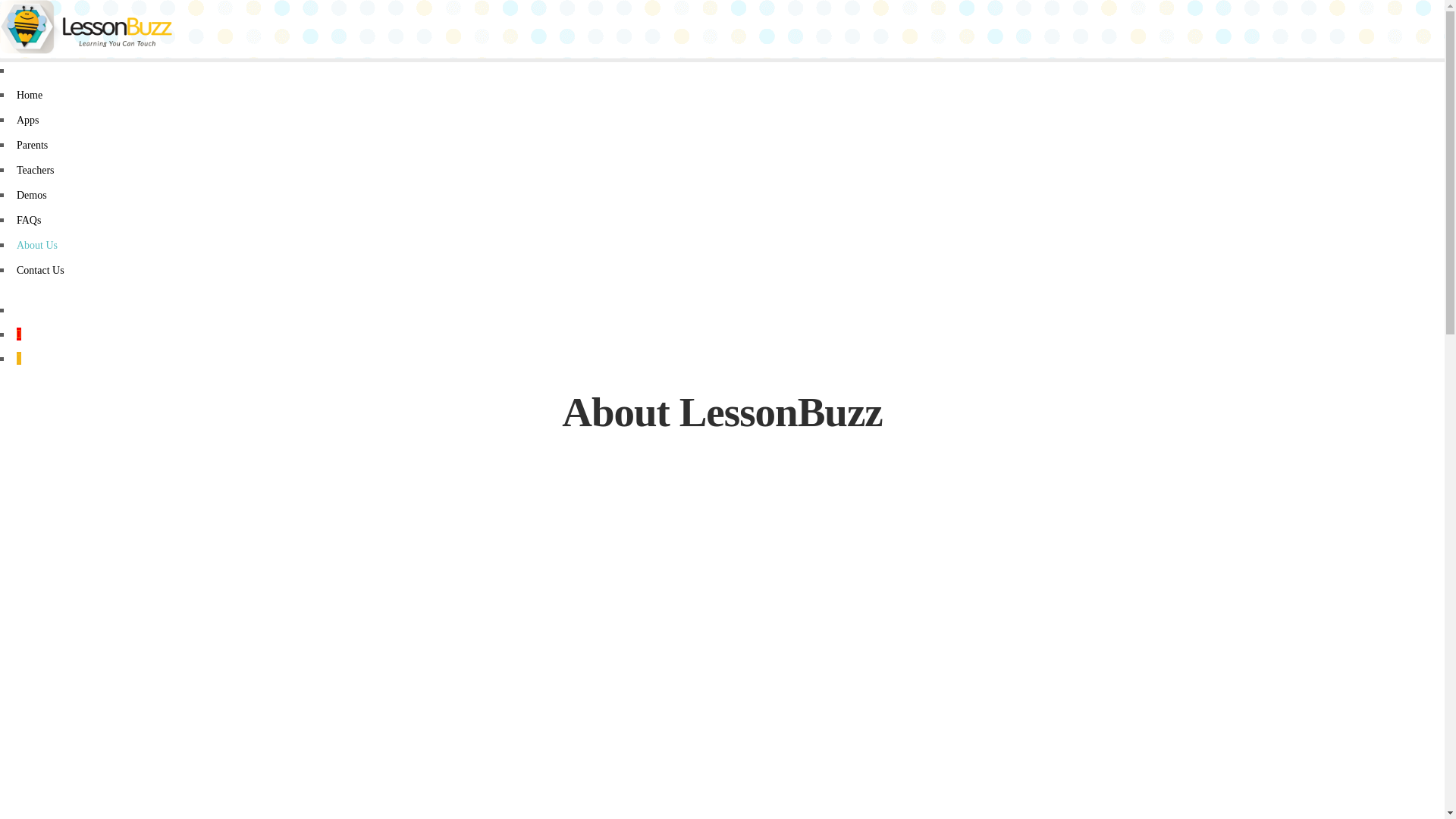 This screenshot has width=1456, height=819. What do you see at coordinates (32, 194) in the screenshot?
I see `'Demos'` at bounding box center [32, 194].